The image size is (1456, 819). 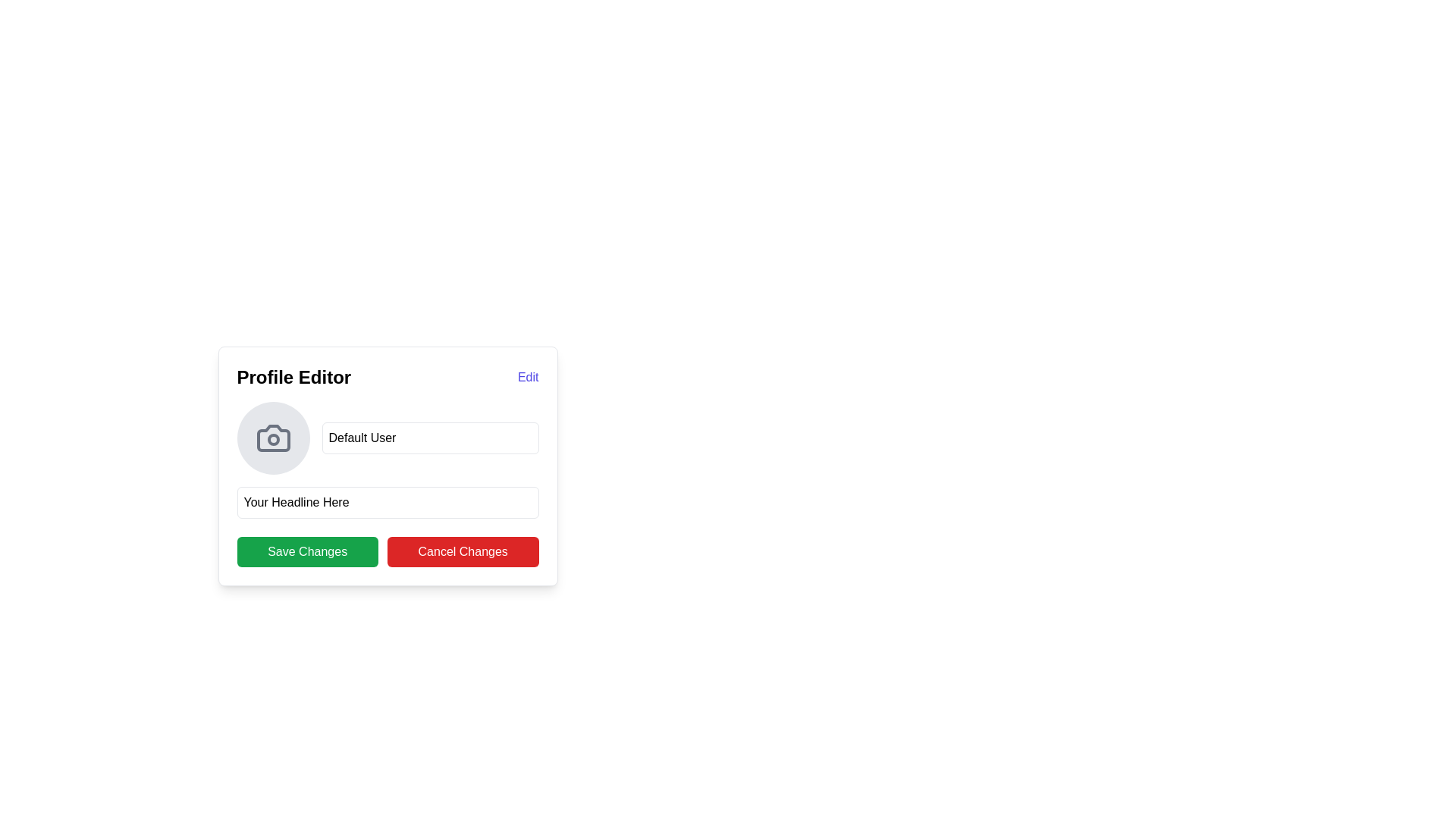 What do you see at coordinates (528, 376) in the screenshot?
I see `the 'Edit' button located at the upper-right corner of the 'Profile Editor' section` at bounding box center [528, 376].